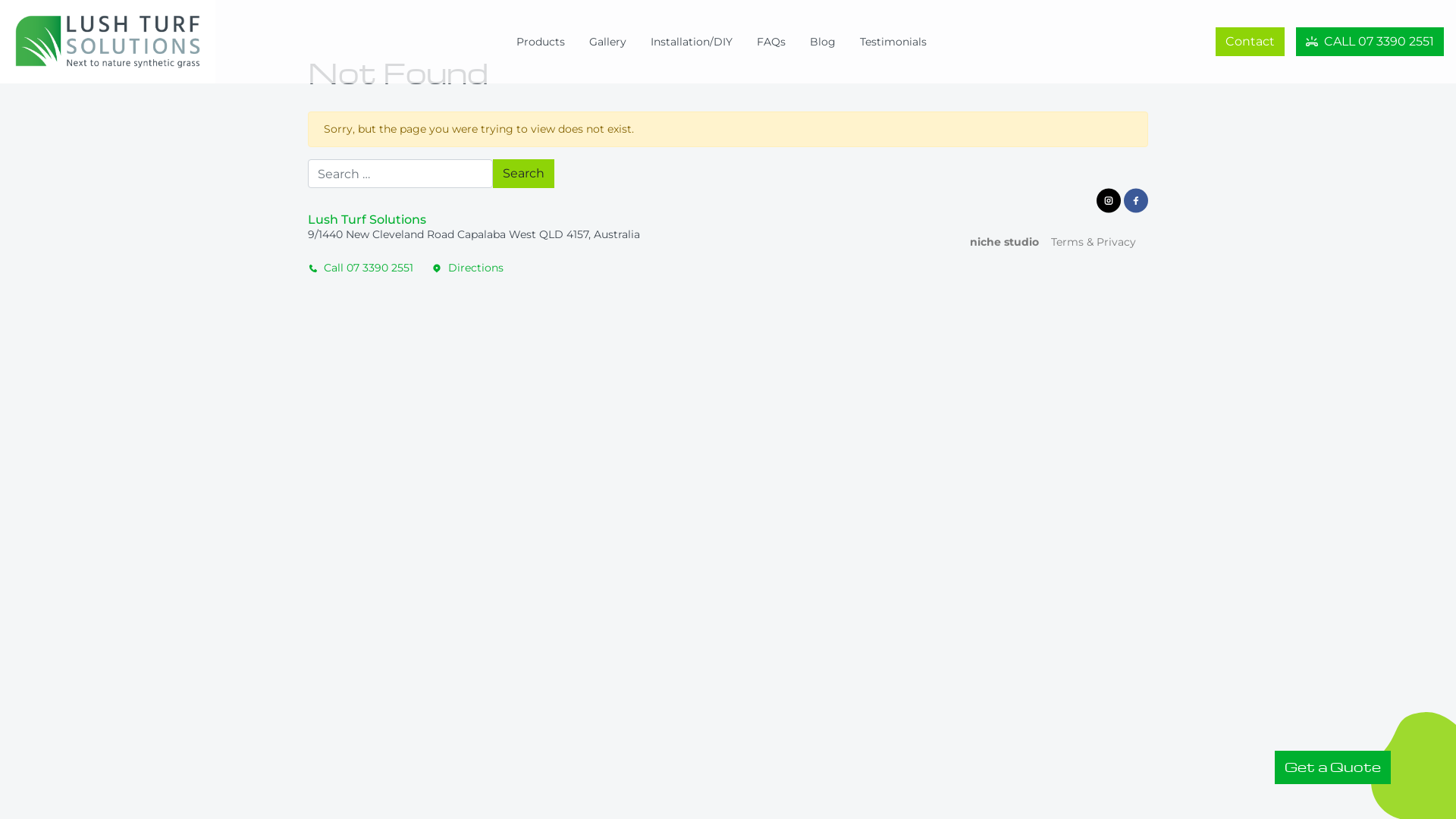 This screenshot has width=1456, height=819. Describe the element at coordinates (1250, 40) in the screenshot. I see `'Contact'` at that location.